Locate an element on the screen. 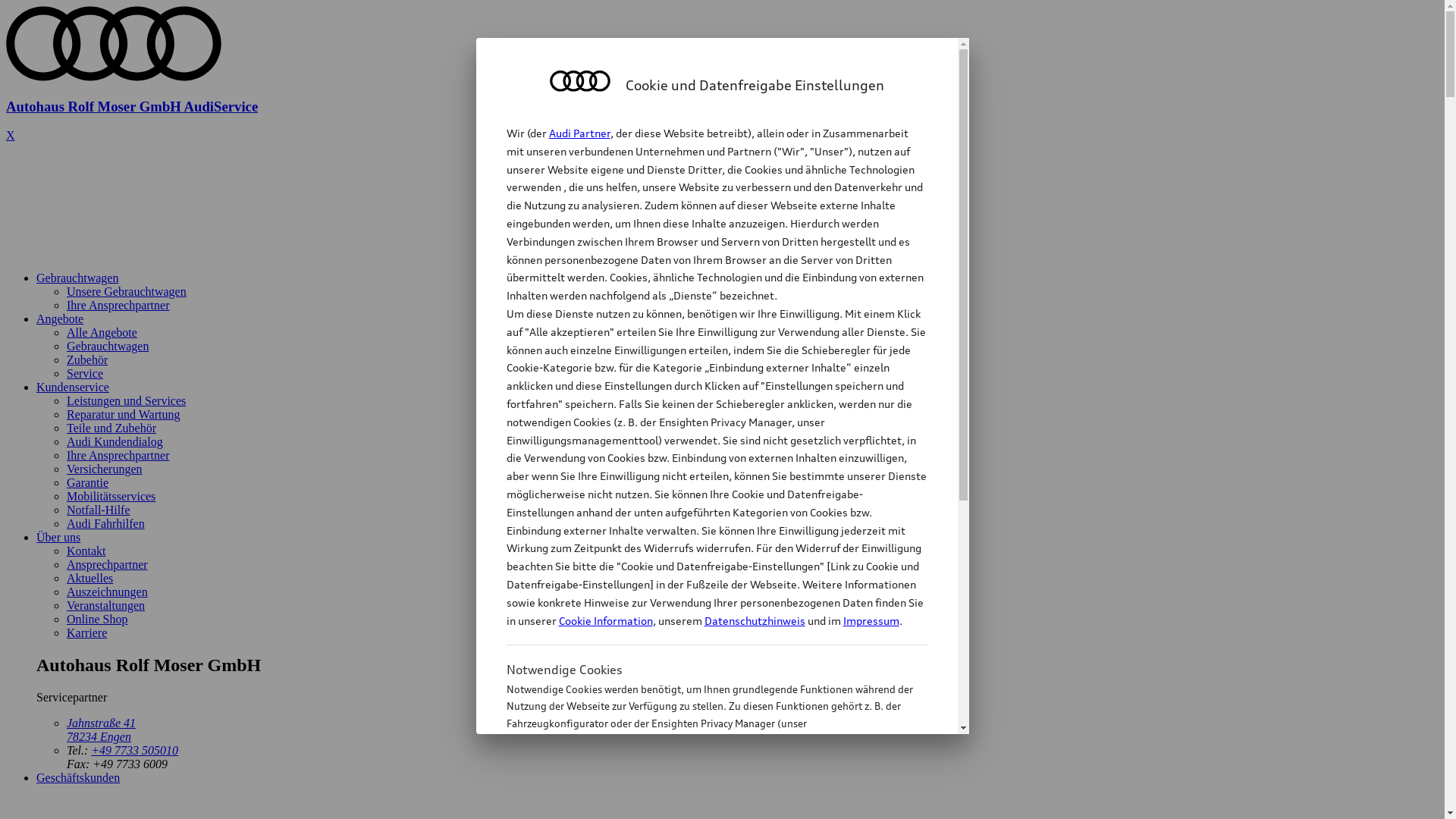  'Kontakt' is located at coordinates (86, 551).